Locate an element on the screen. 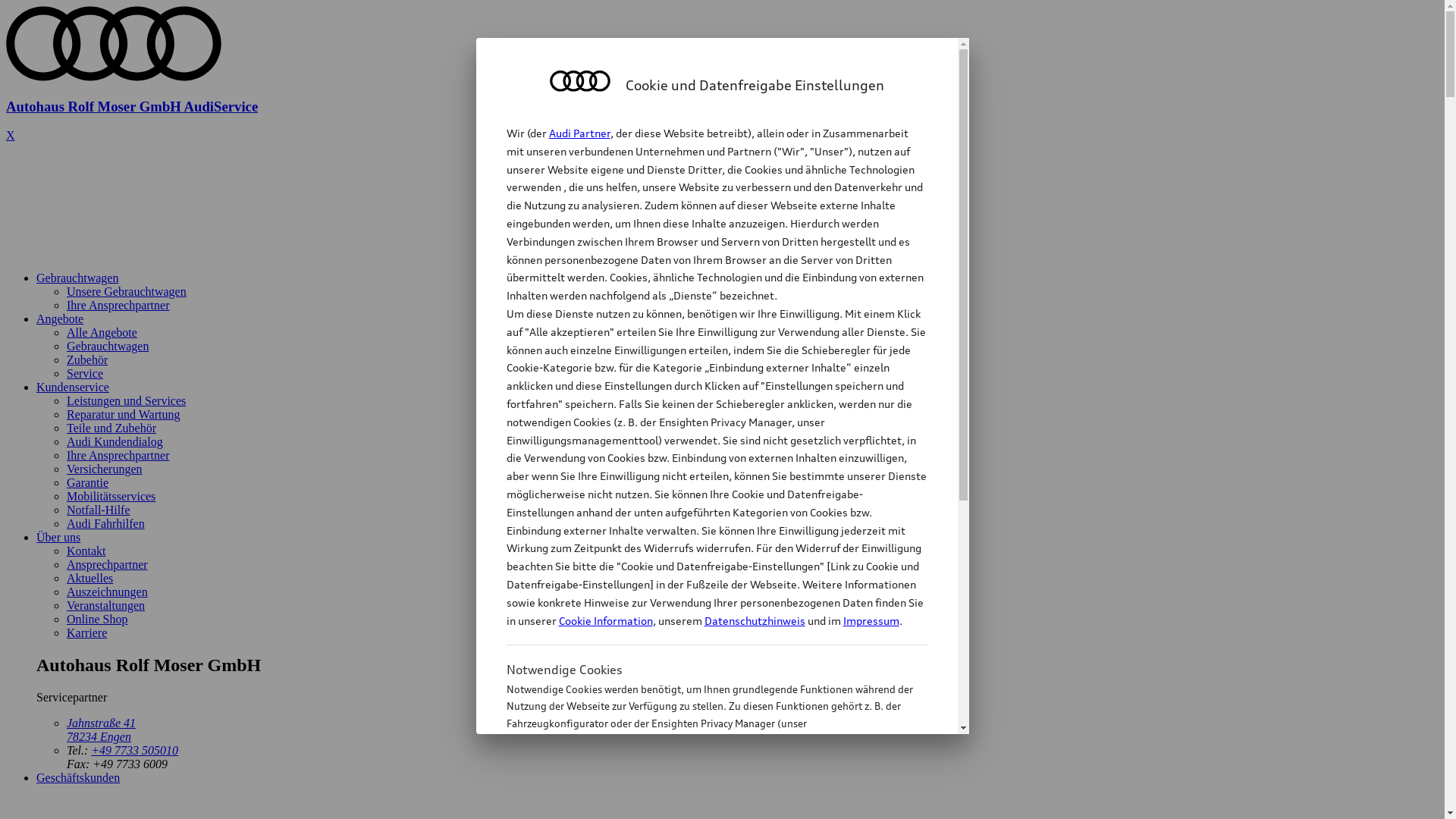  'Kontakt' is located at coordinates (86, 551).